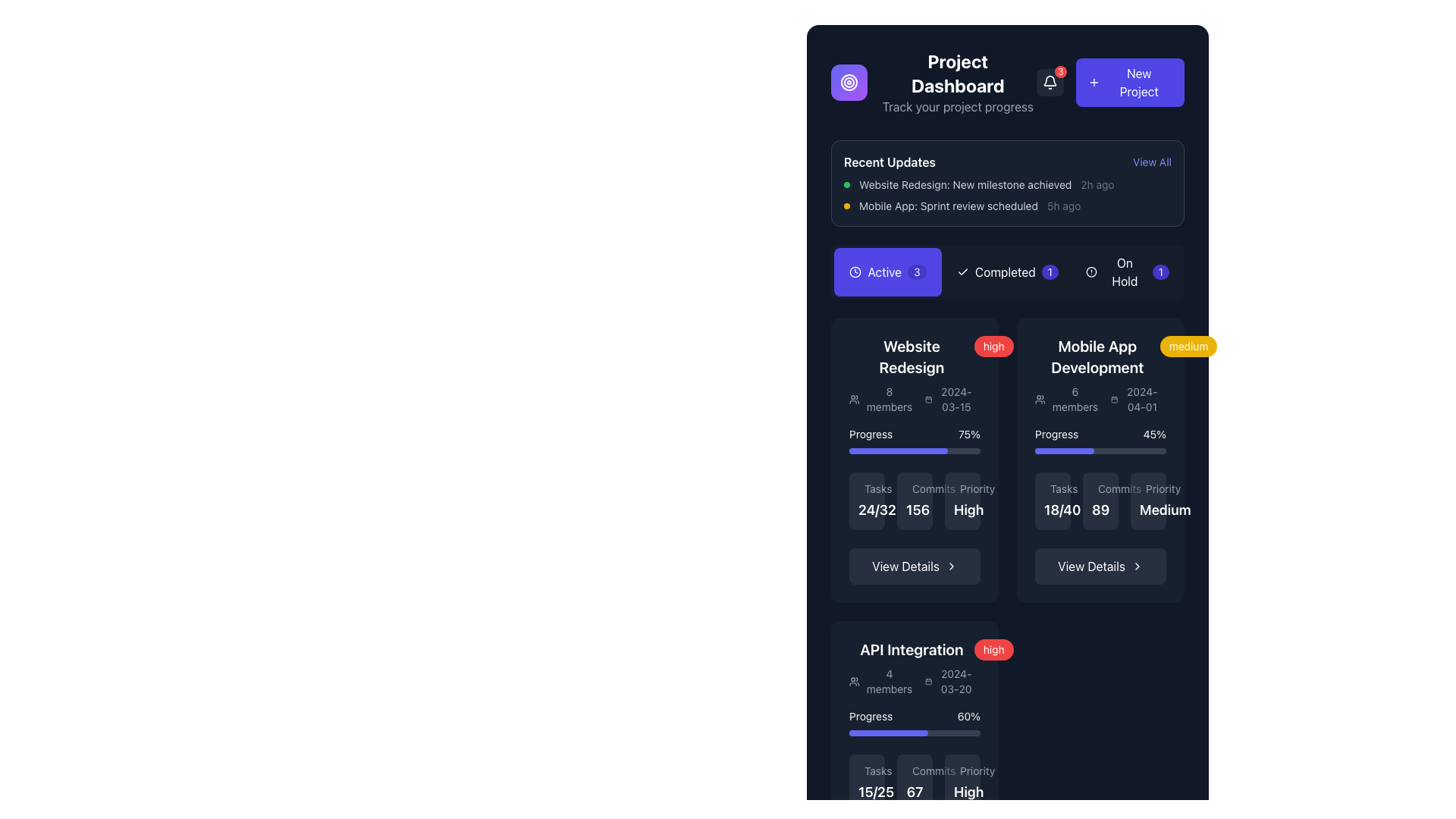  What do you see at coordinates (1097, 184) in the screenshot?
I see `the static text label displaying '2h ago' in light gray color, located in the 'Recent Updates' section of the dashboard interface` at bounding box center [1097, 184].